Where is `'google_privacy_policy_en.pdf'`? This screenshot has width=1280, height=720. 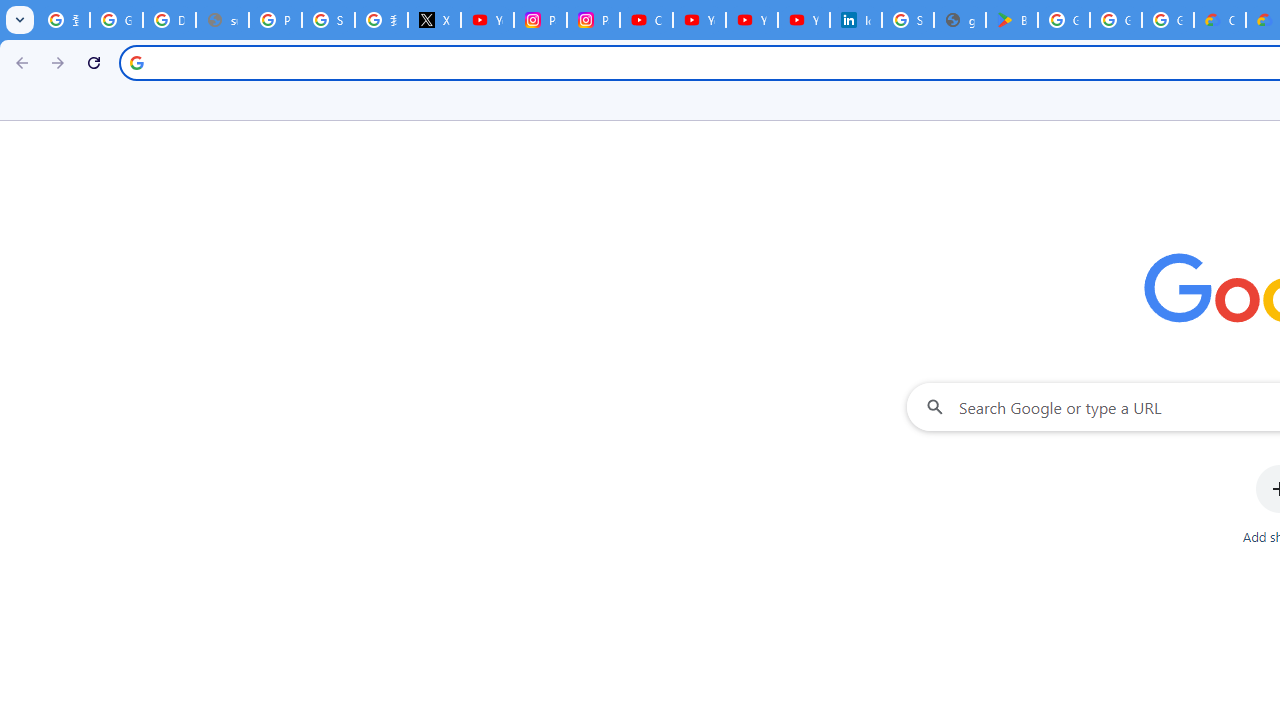
'google_privacy_policy_en.pdf' is located at coordinates (960, 20).